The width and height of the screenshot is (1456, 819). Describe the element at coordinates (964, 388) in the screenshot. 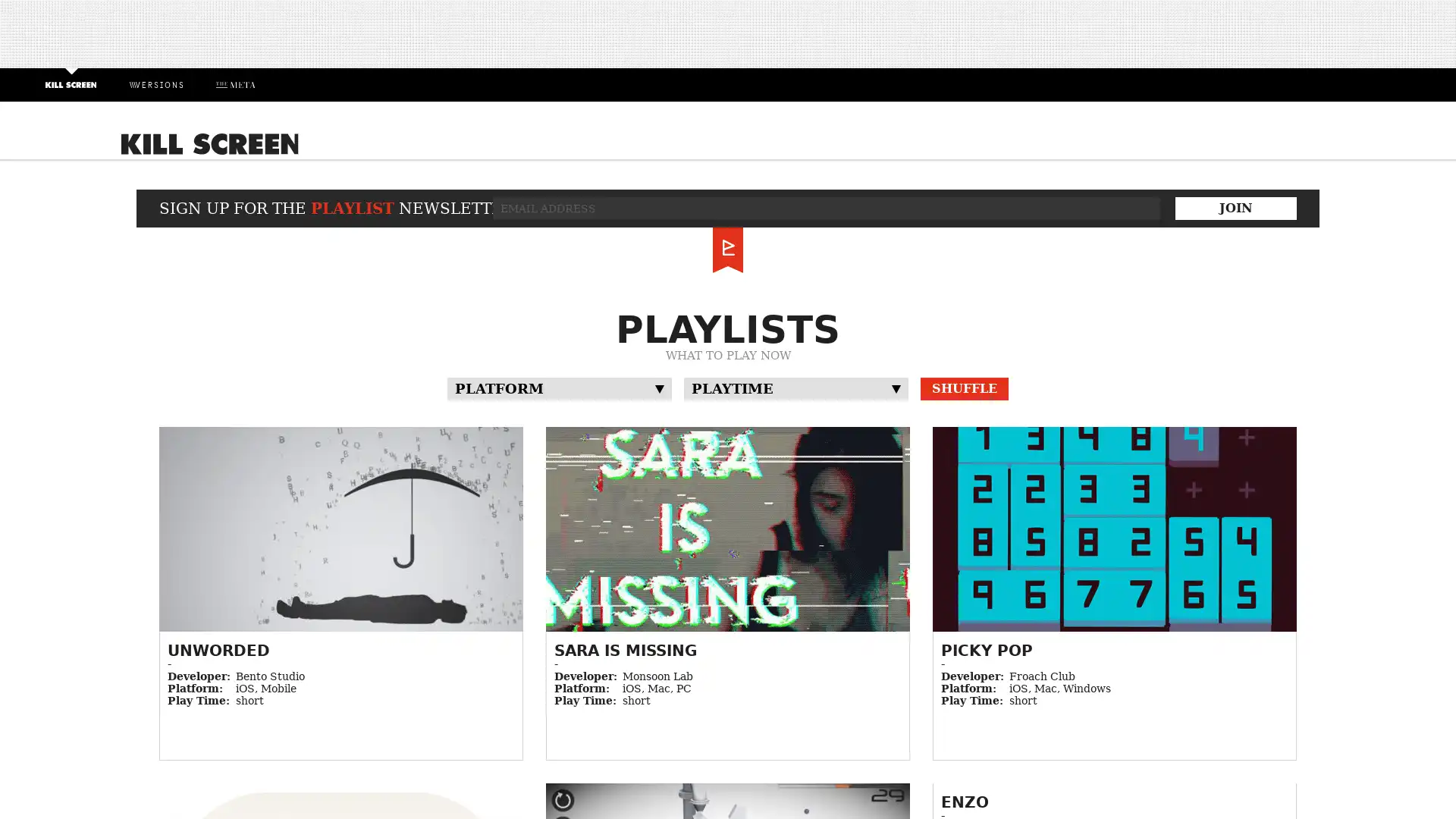

I see `SHUFFLE` at that location.